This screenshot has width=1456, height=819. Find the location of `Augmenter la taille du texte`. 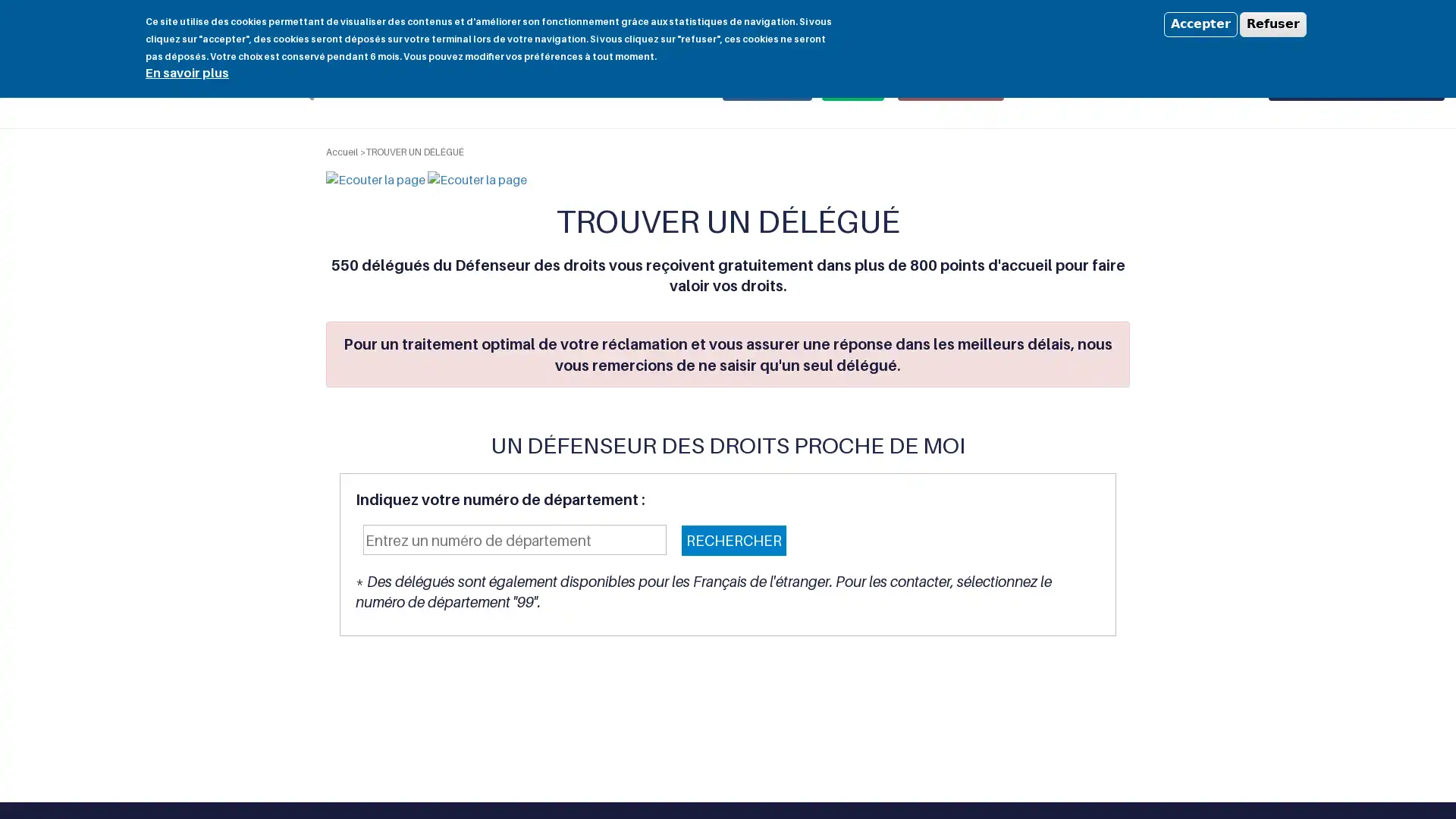

Augmenter la taille du texte is located at coordinates (1270, 24).